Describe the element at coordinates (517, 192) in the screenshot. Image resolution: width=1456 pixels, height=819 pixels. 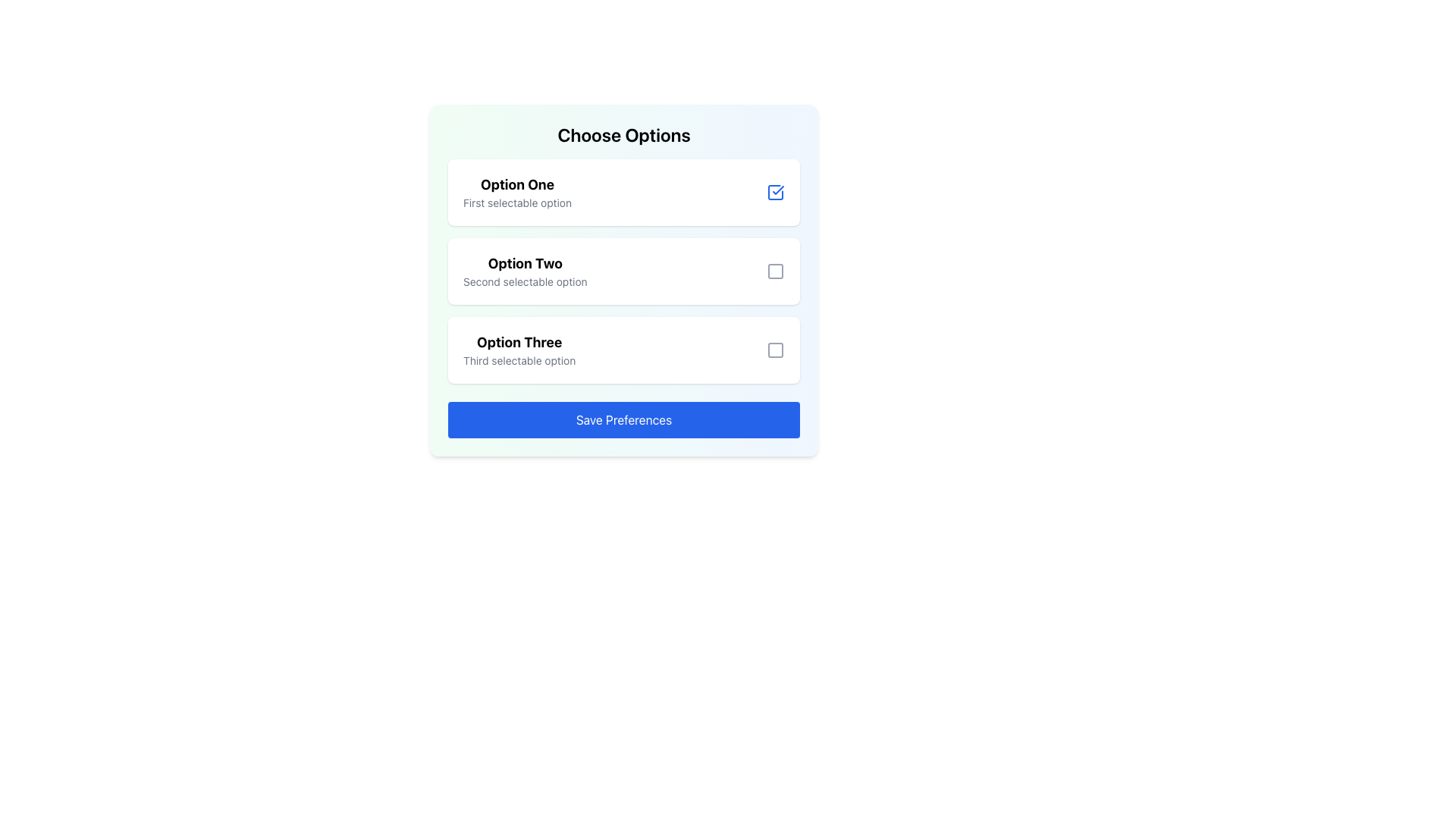
I see `information displayed on the A text label component that shows 'Option One' and 'First selectable option' in a white box, located beneath the 'Choose Options' heading` at that location.